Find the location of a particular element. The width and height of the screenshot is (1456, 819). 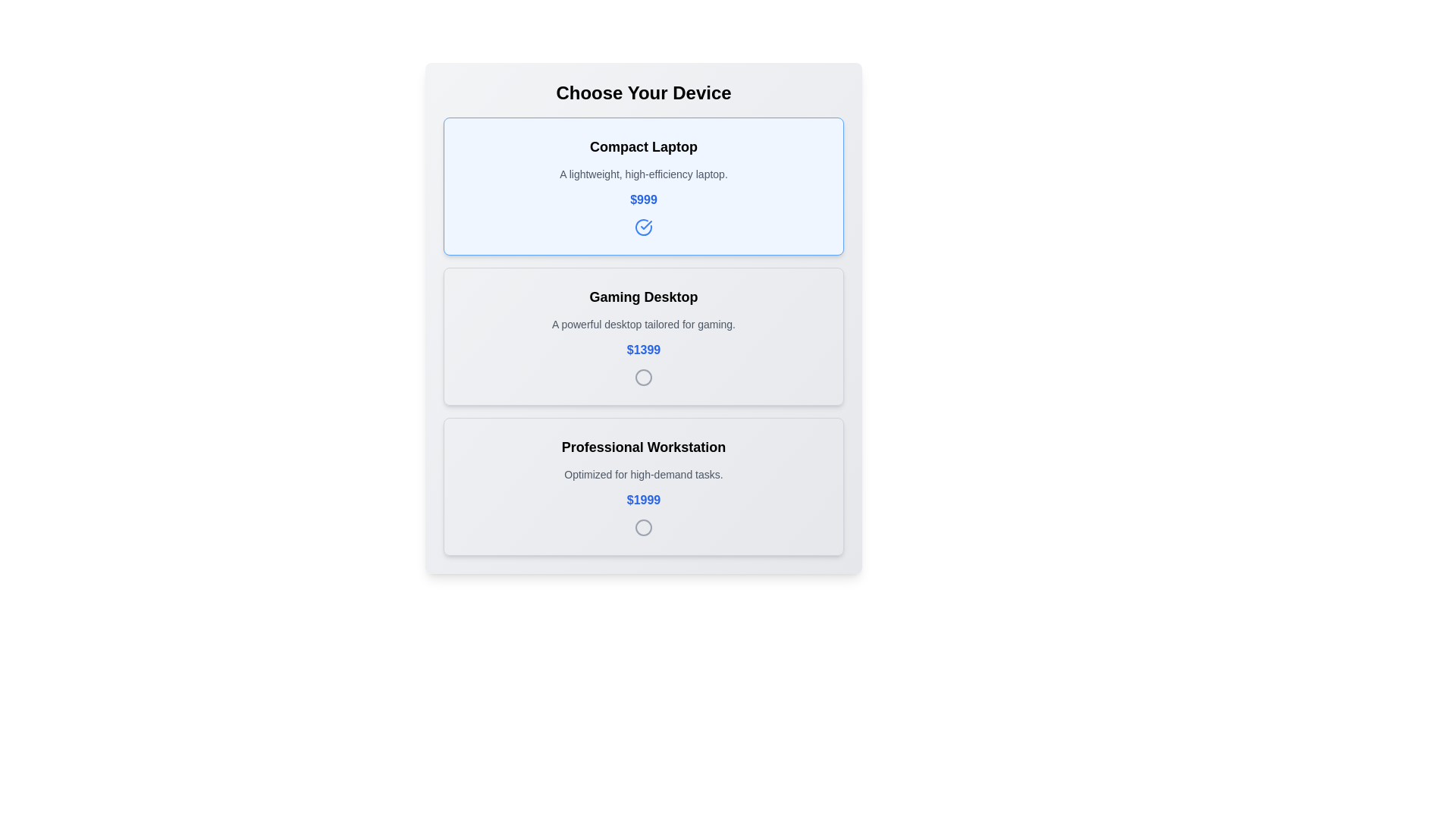

the text label that contains the phrase 'A powerful desktop tailored for gaming.' located beneath the title 'Gaming Desktop' and above the price element within the bordered card is located at coordinates (644, 324).